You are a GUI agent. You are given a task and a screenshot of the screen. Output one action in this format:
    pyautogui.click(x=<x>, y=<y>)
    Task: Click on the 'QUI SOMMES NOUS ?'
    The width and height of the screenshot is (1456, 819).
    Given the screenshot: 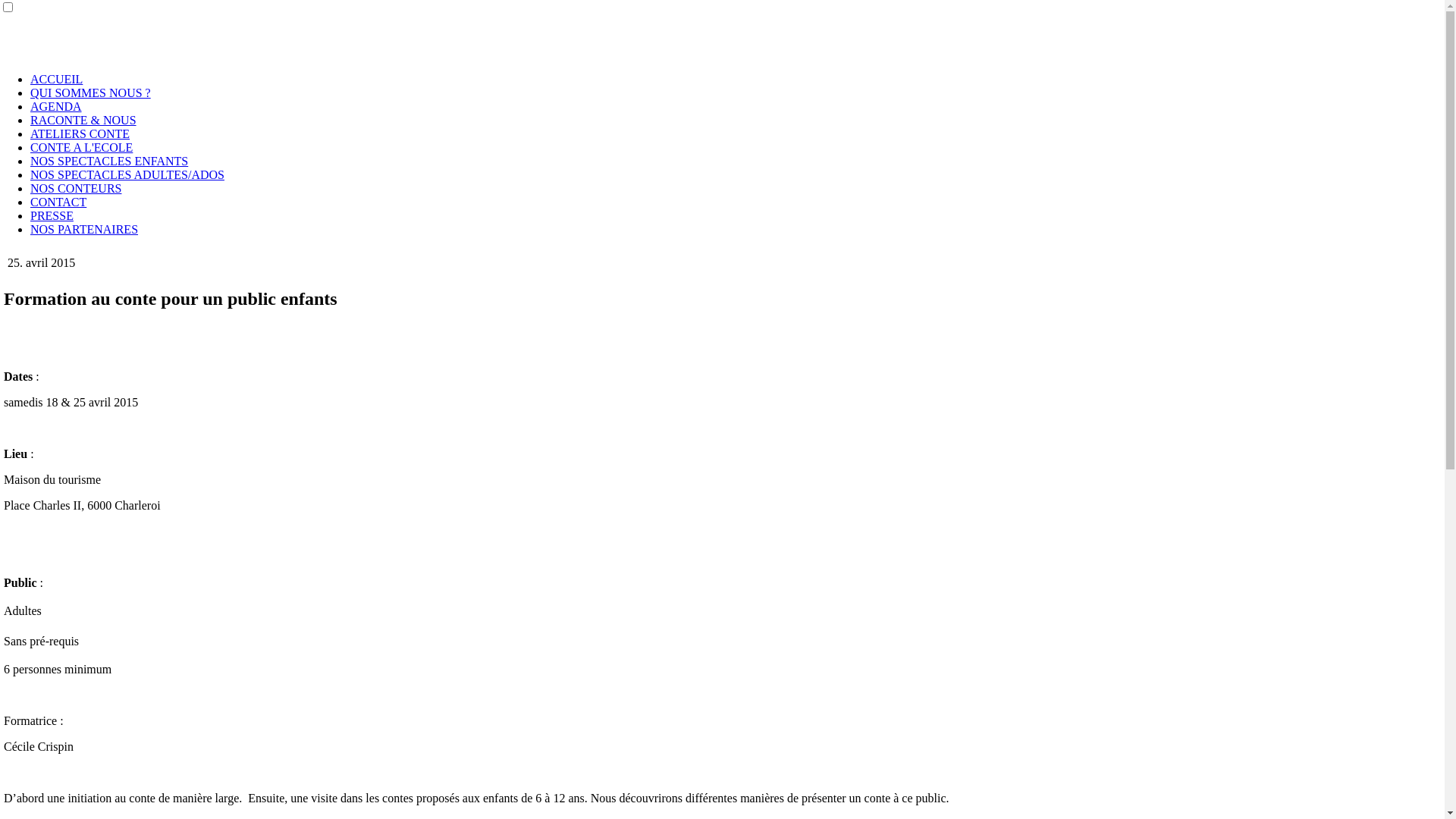 What is the action you would take?
    pyautogui.click(x=89, y=93)
    